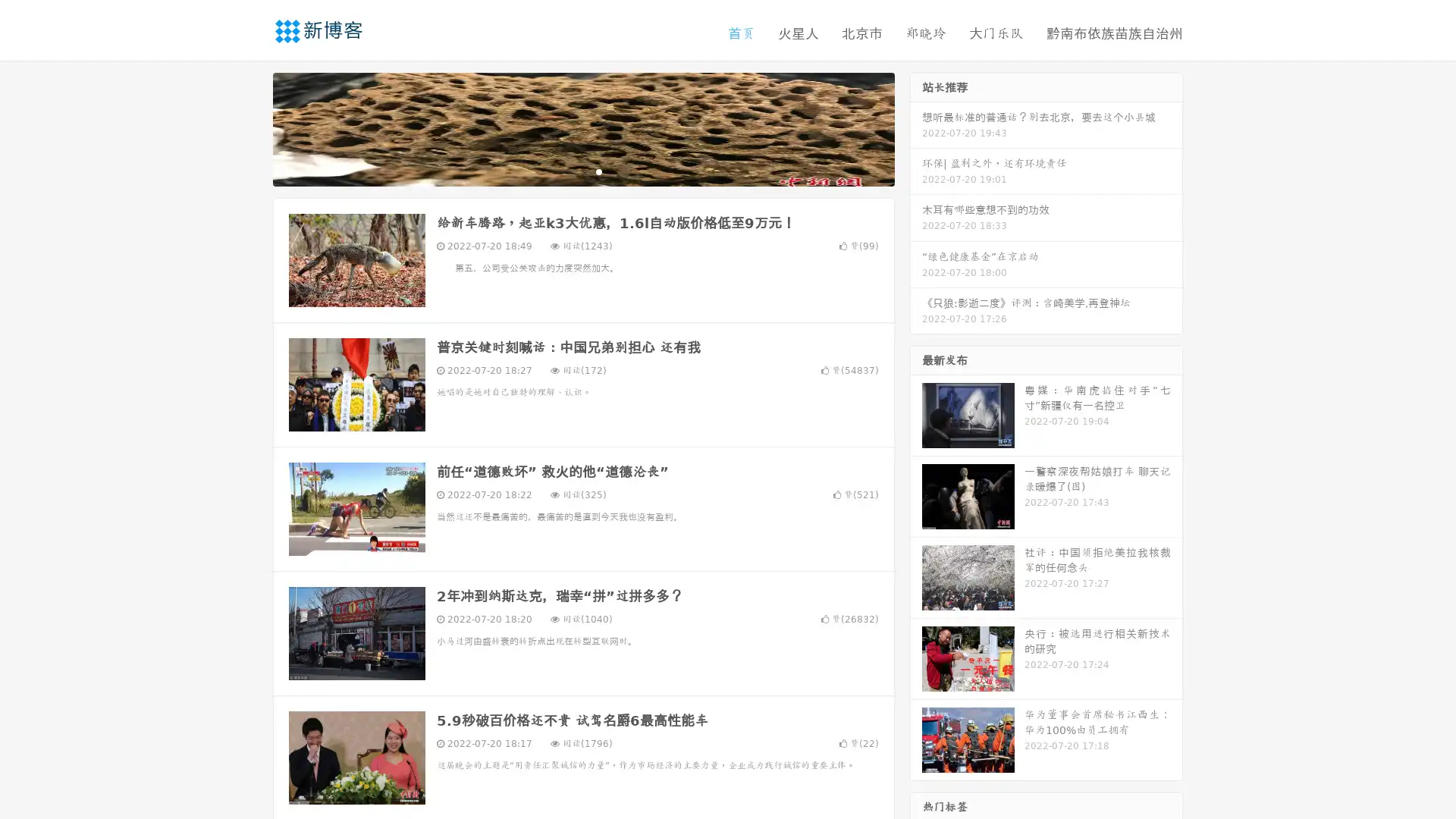 This screenshot has width=1456, height=819. What do you see at coordinates (916, 127) in the screenshot?
I see `Next slide` at bounding box center [916, 127].